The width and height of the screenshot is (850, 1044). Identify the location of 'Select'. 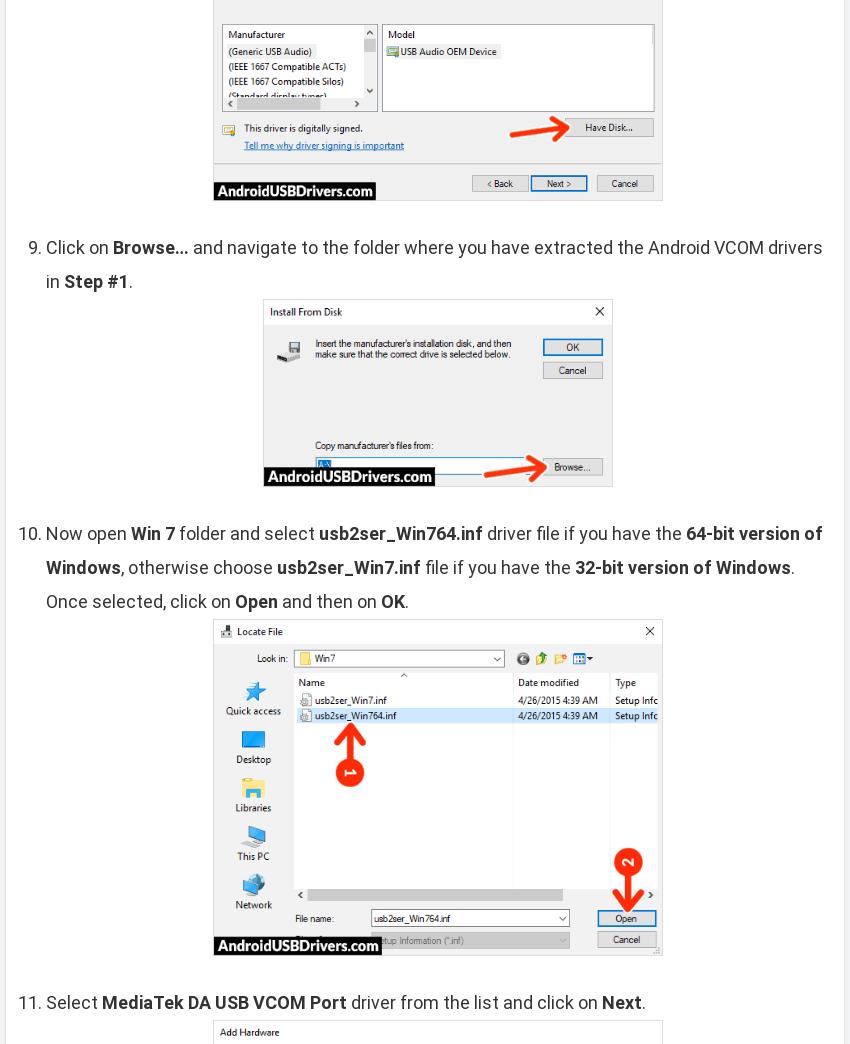
(74, 1002).